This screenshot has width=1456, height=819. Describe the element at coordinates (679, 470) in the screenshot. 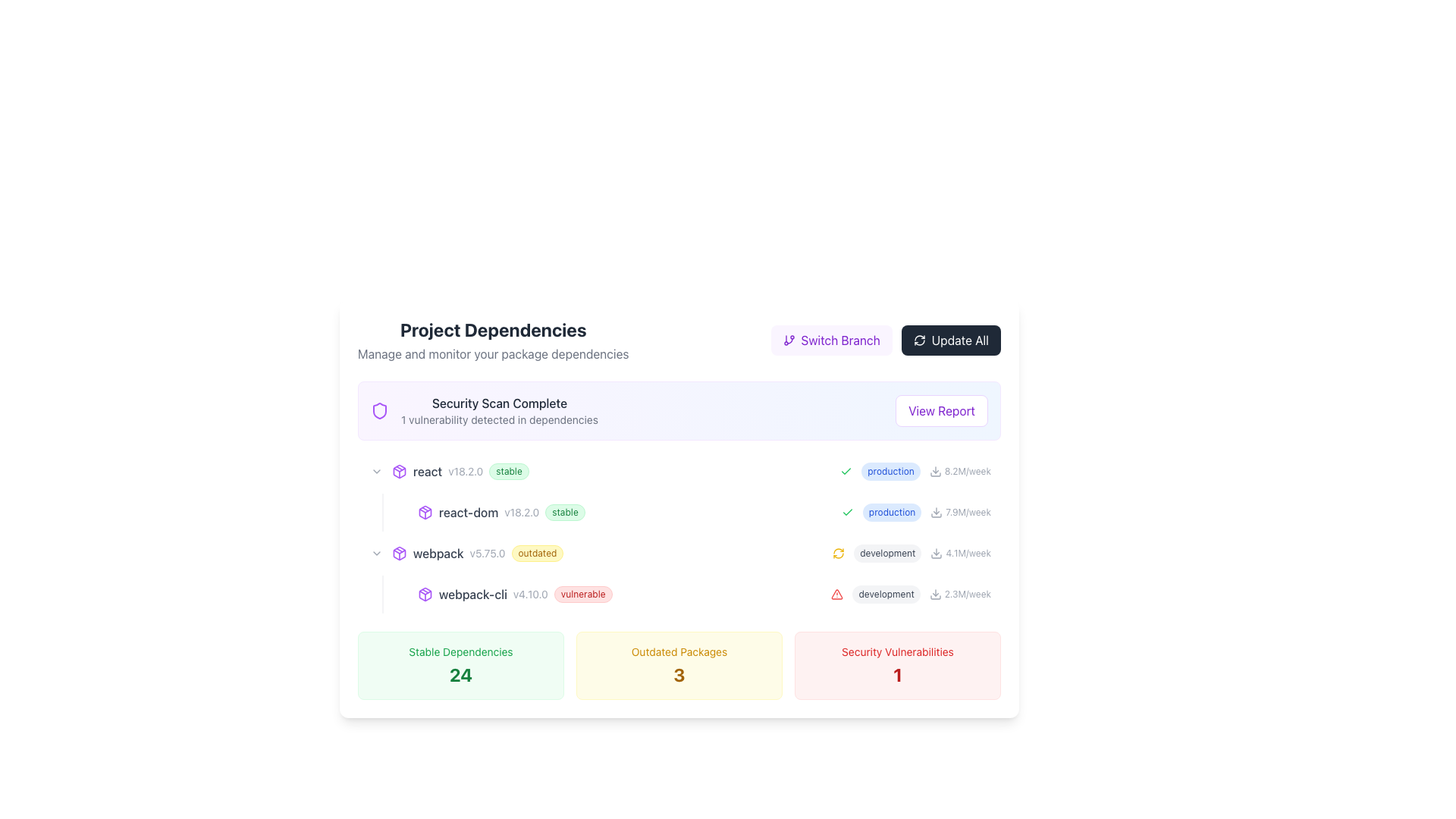

I see `the first entry in the dependencies list labeled 'react'` at that location.